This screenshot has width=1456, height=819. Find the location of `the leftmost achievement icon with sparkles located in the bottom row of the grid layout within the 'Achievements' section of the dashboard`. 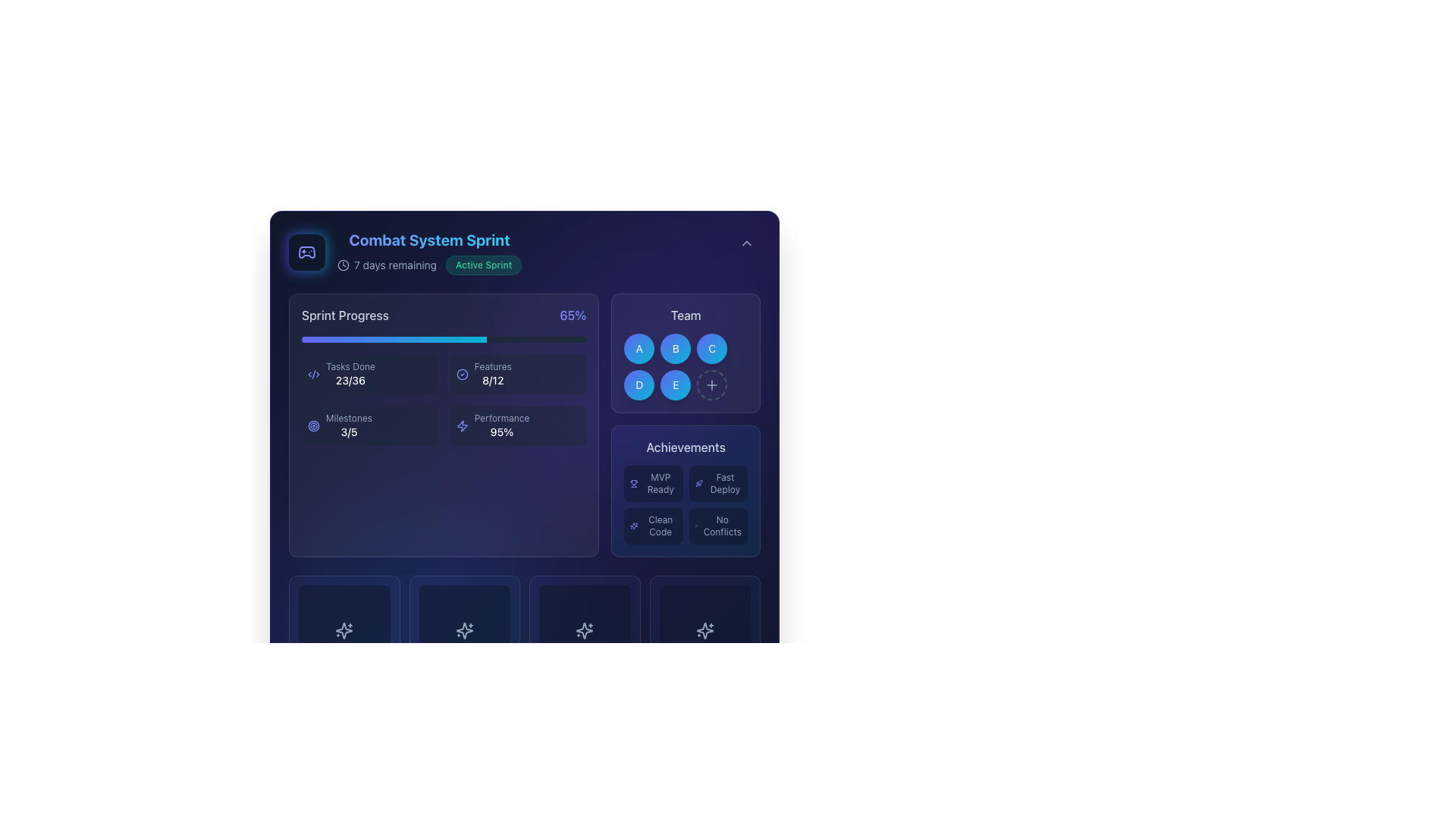

the leftmost achievement icon with sparkles located in the bottom row of the grid layout within the 'Achievements' section of the dashboard is located at coordinates (344, 631).